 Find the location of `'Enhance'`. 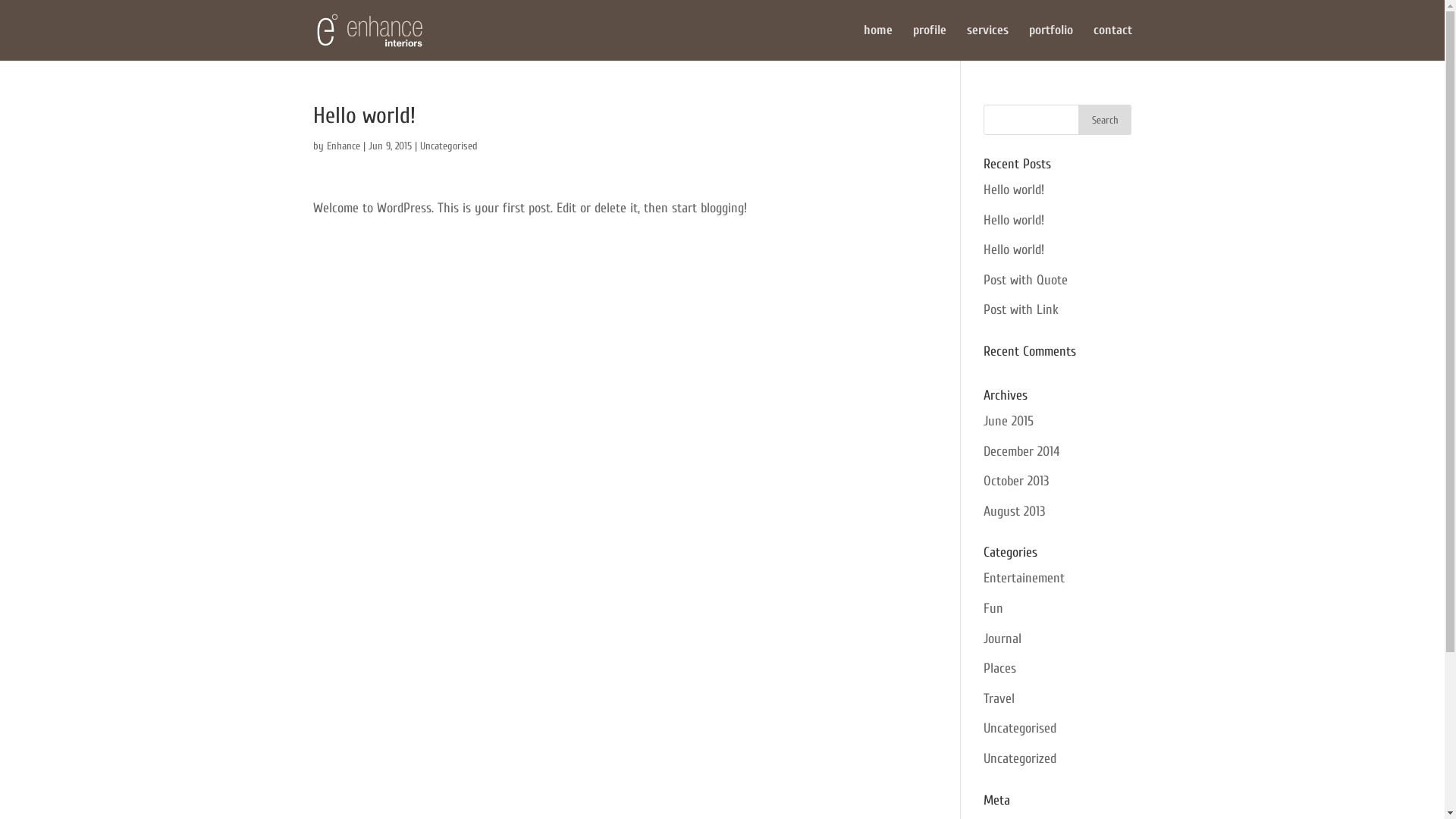

'Enhance' is located at coordinates (325, 146).